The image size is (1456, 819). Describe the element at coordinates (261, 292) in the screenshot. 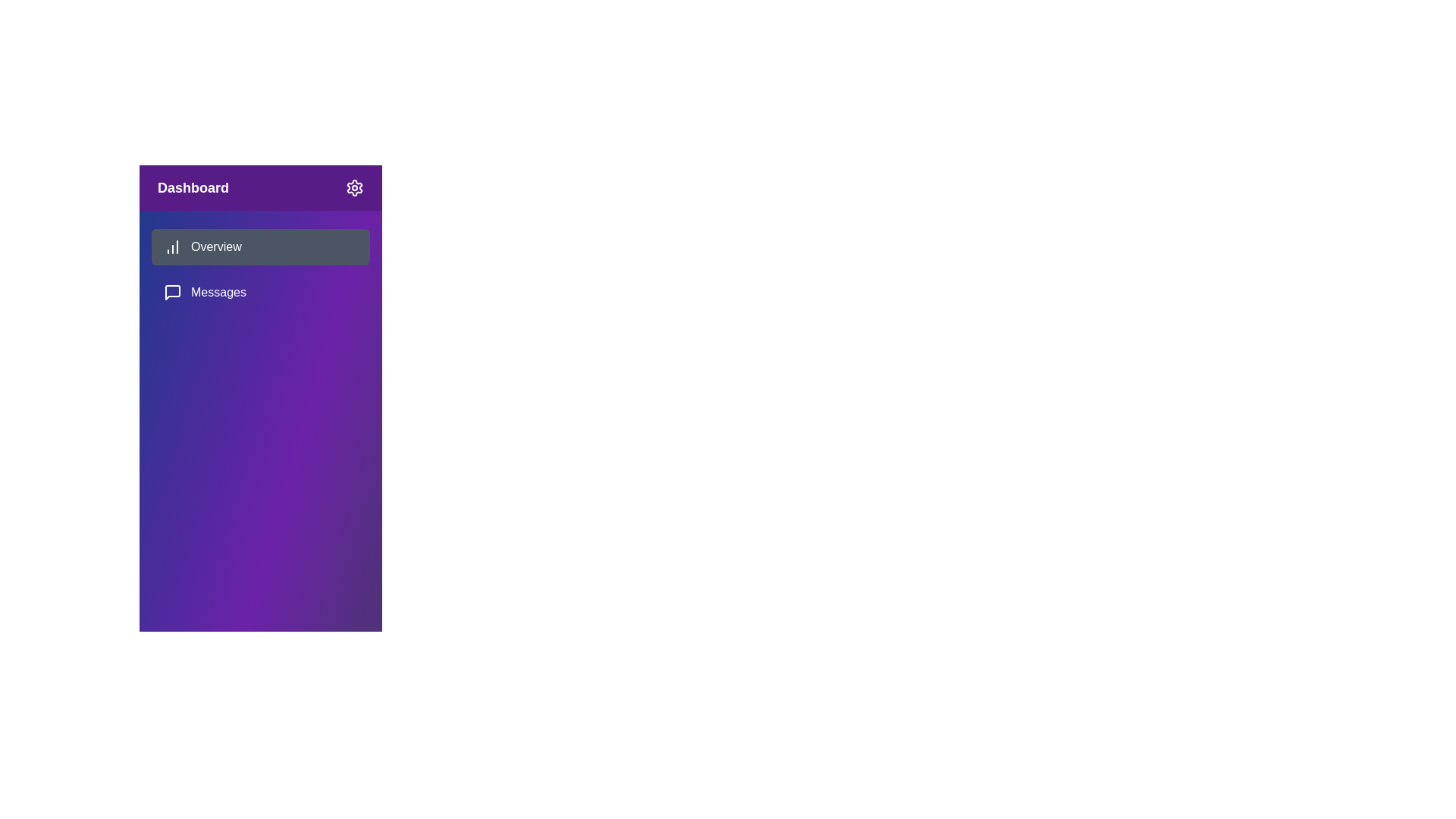

I see `the menu item Messages to observe the hover effect` at that location.